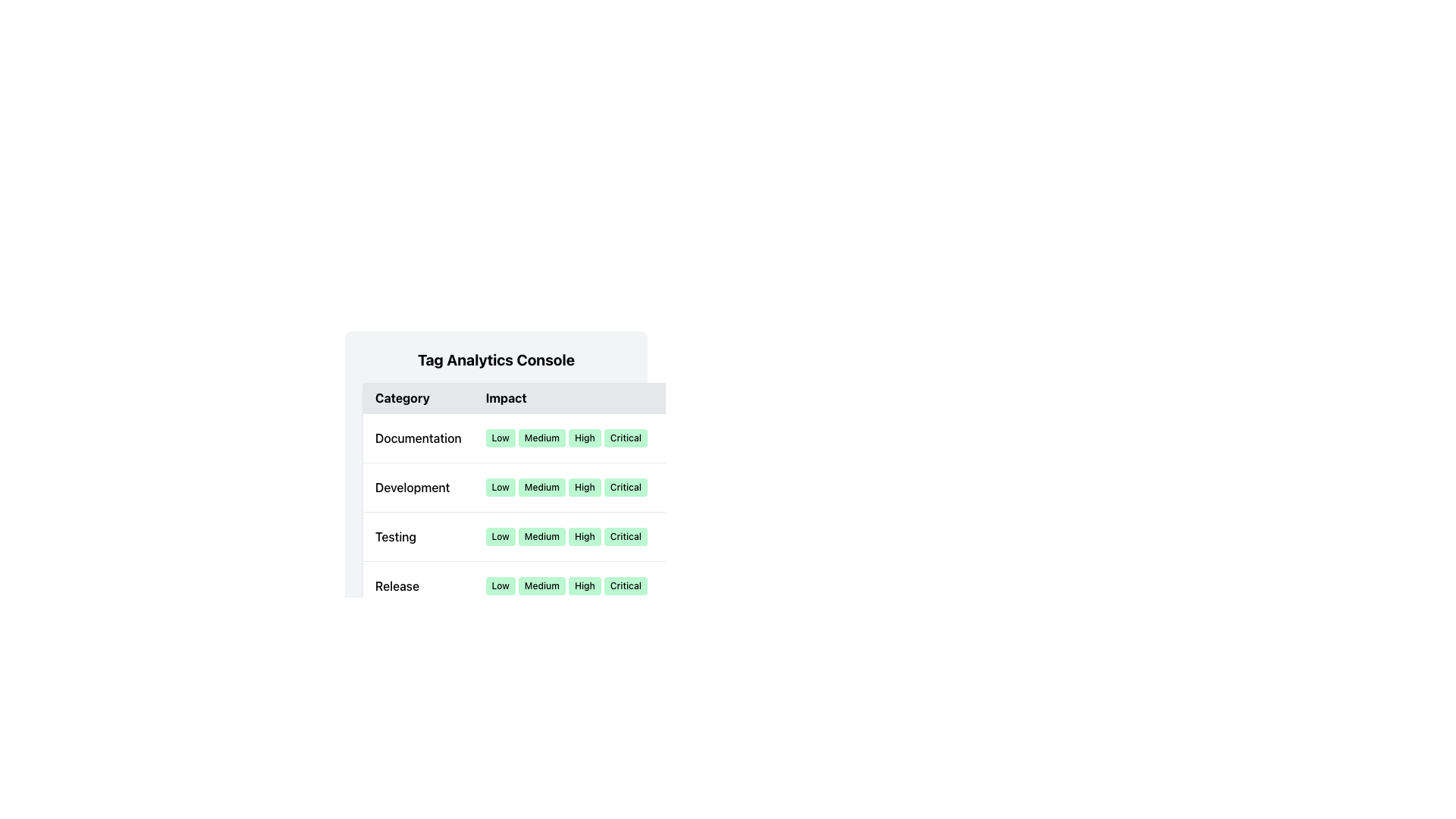 This screenshot has height=819, width=1456. Describe the element at coordinates (566, 488) in the screenshot. I see `one of the selectable buttons in the 'Development' category located in the second row of the 'Impact' column` at that location.